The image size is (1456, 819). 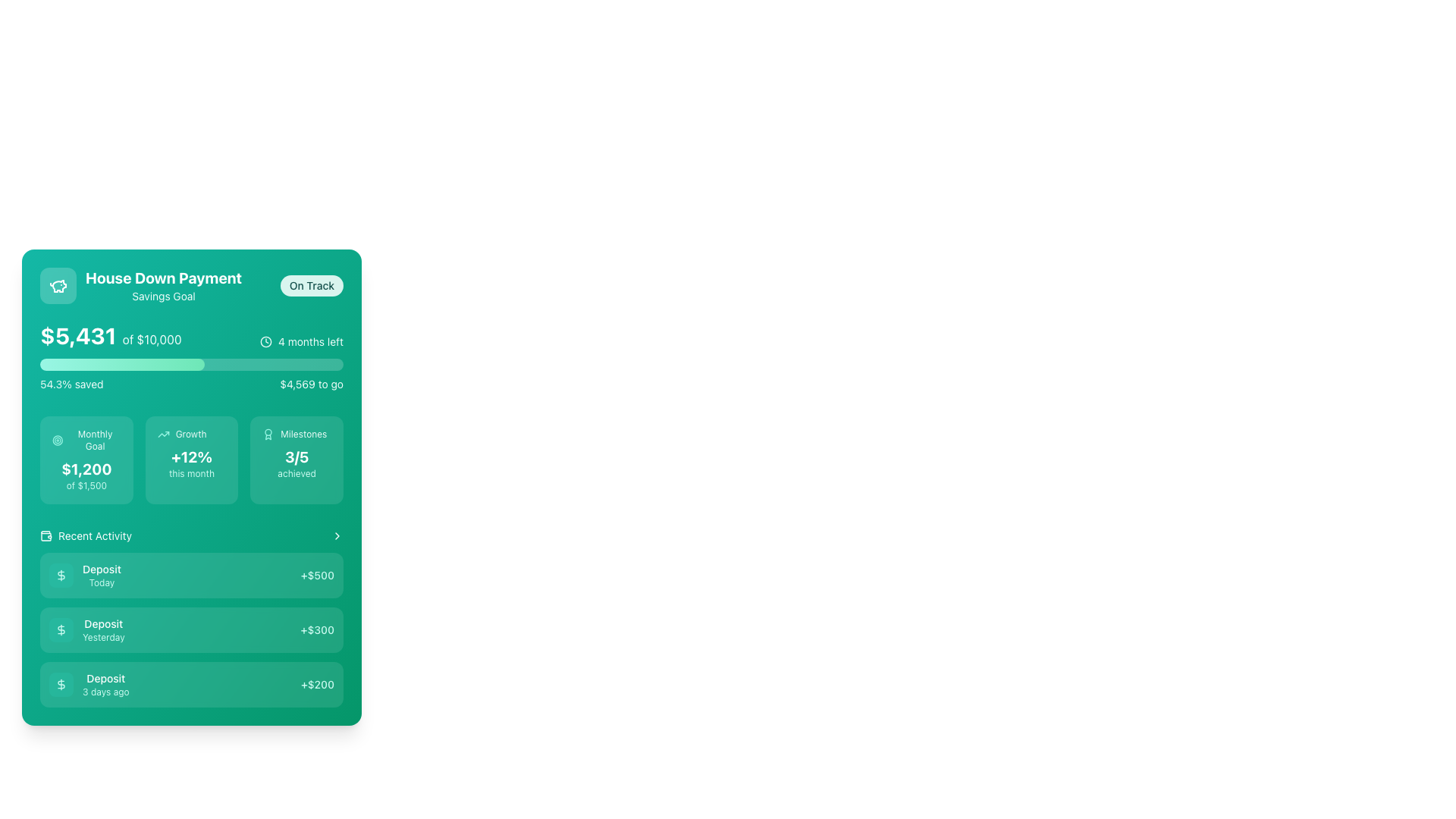 I want to click on the Text block indicating the activity performed 'Yesterday' in the 'Recent Activity' list, which consists of a bold title 'Deposit' and a subtitle 'Yesterday', so click(x=102, y=629).